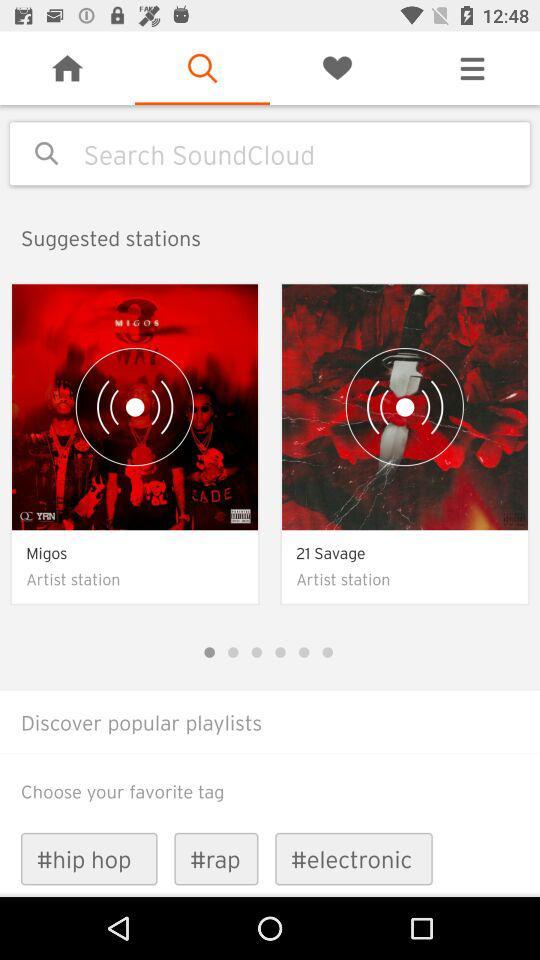  What do you see at coordinates (215, 858) in the screenshot?
I see `item next to the #electronic icon` at bounding box center [215, 858].